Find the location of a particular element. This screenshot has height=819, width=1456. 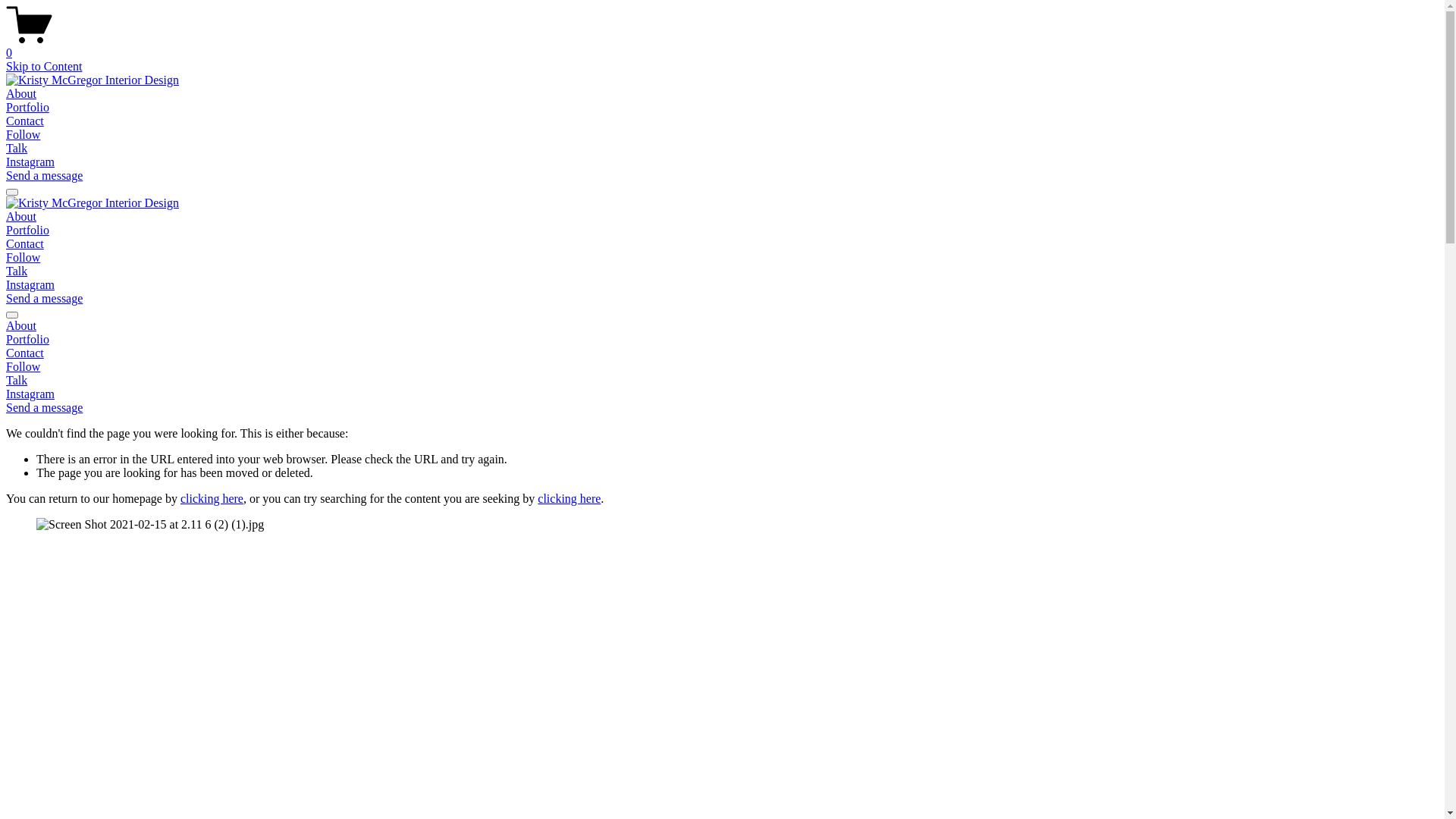

'Contact' is located at coordinates (25, 243).